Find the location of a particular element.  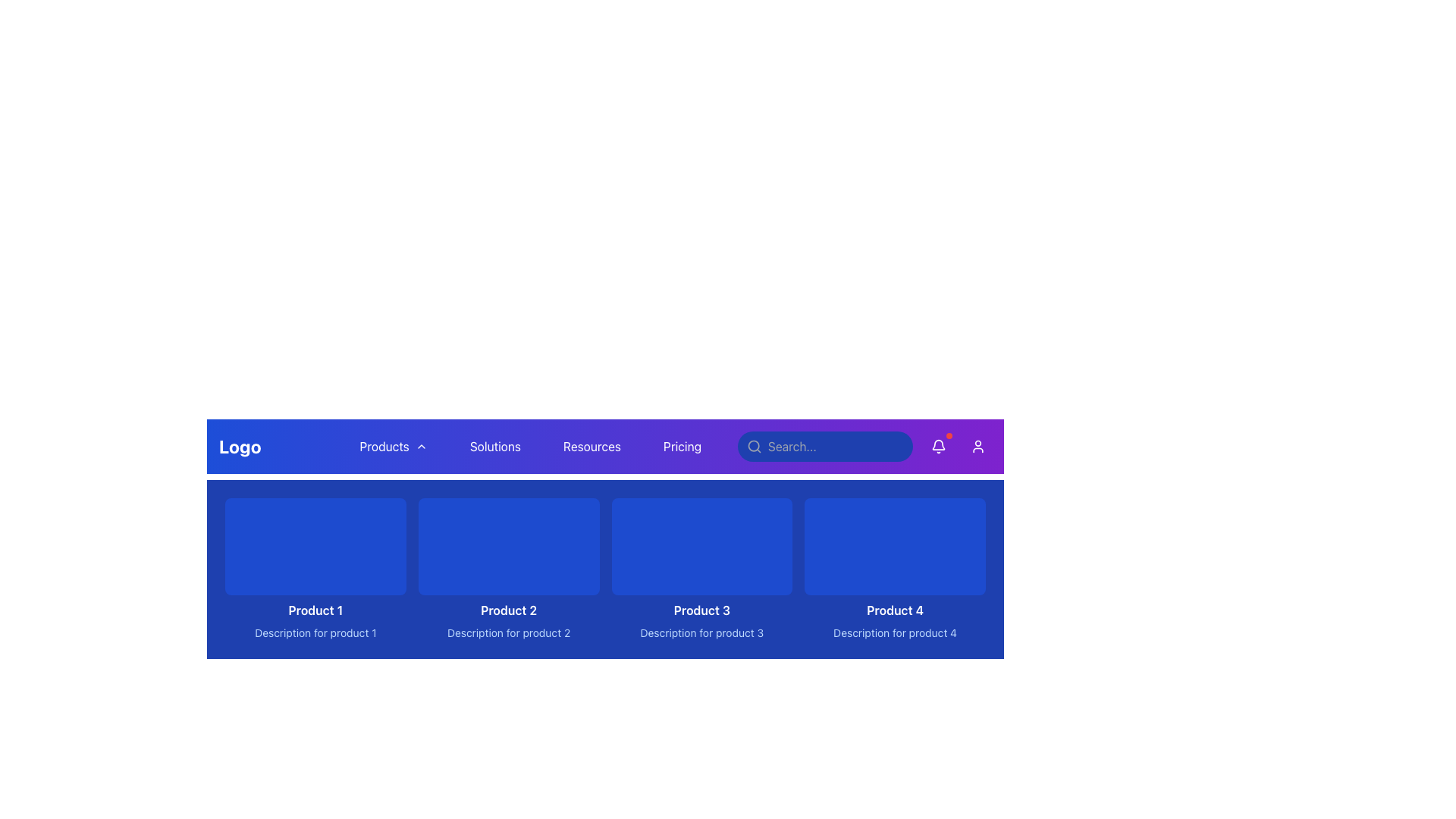

the bold text label displaying 'Product 3', which is centrally aligned in a card layout, positioned beneath a highlighted rectangle and above the description text is located at coordinates (701, 610).